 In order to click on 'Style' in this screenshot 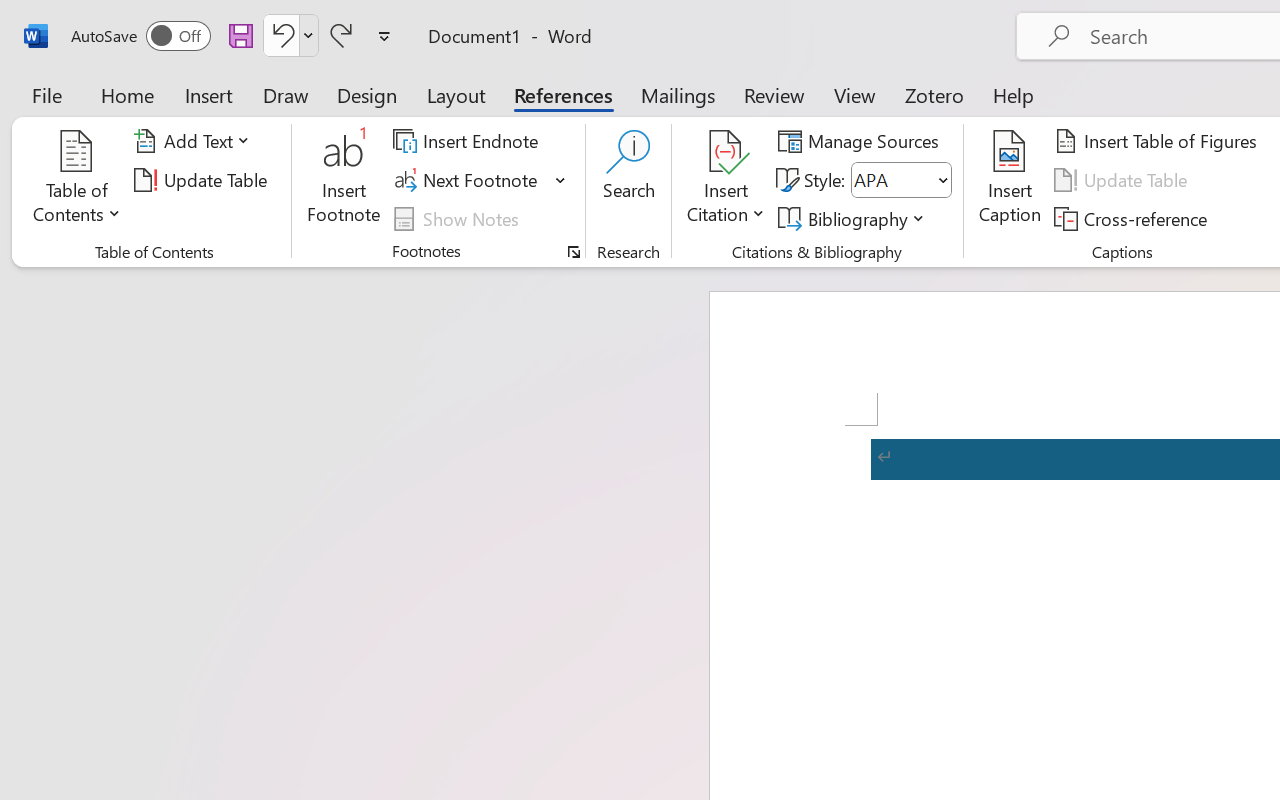, I will do `click(900, 179)`.